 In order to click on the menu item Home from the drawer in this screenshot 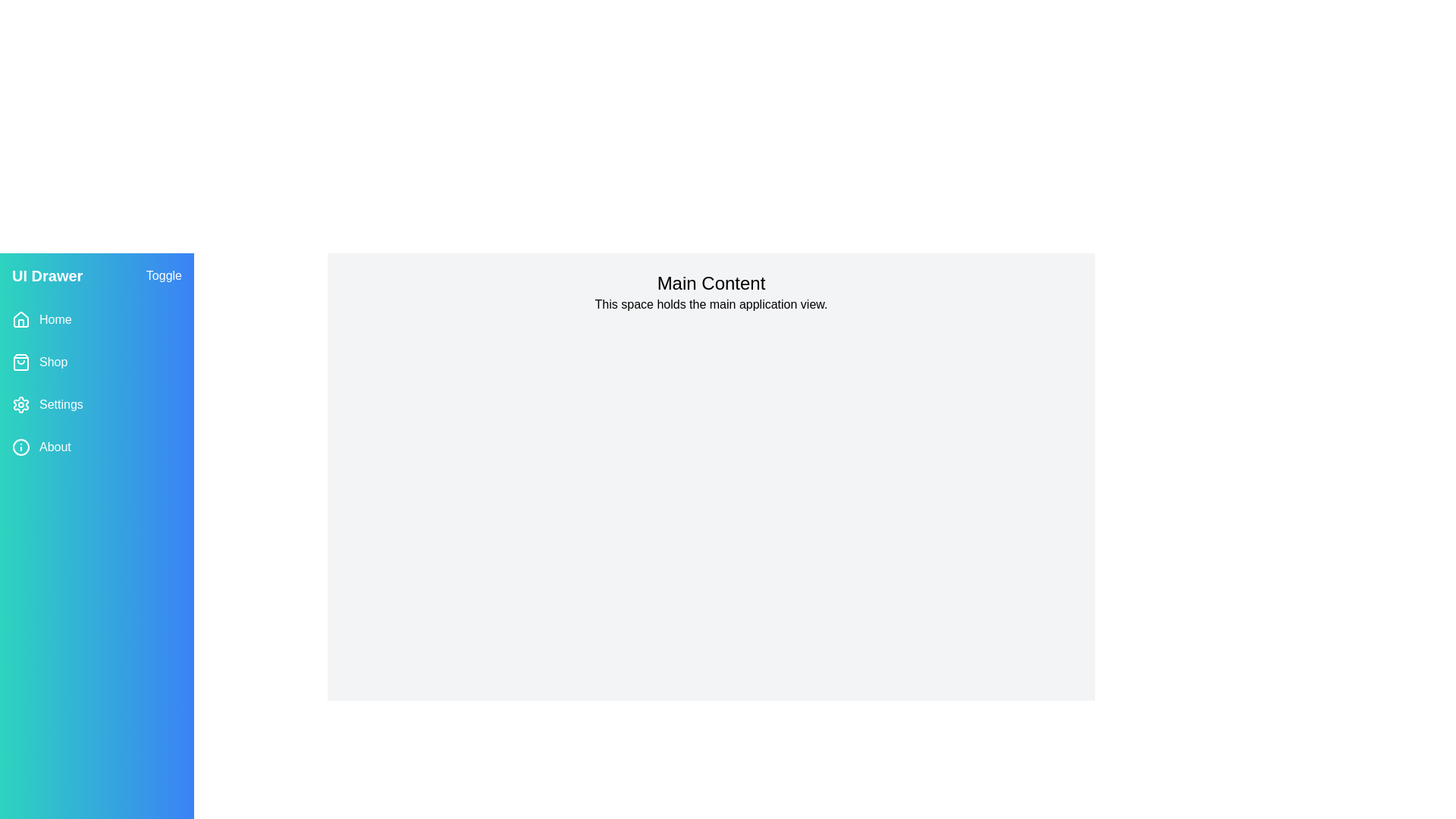, I will do `click(96, 318)`.